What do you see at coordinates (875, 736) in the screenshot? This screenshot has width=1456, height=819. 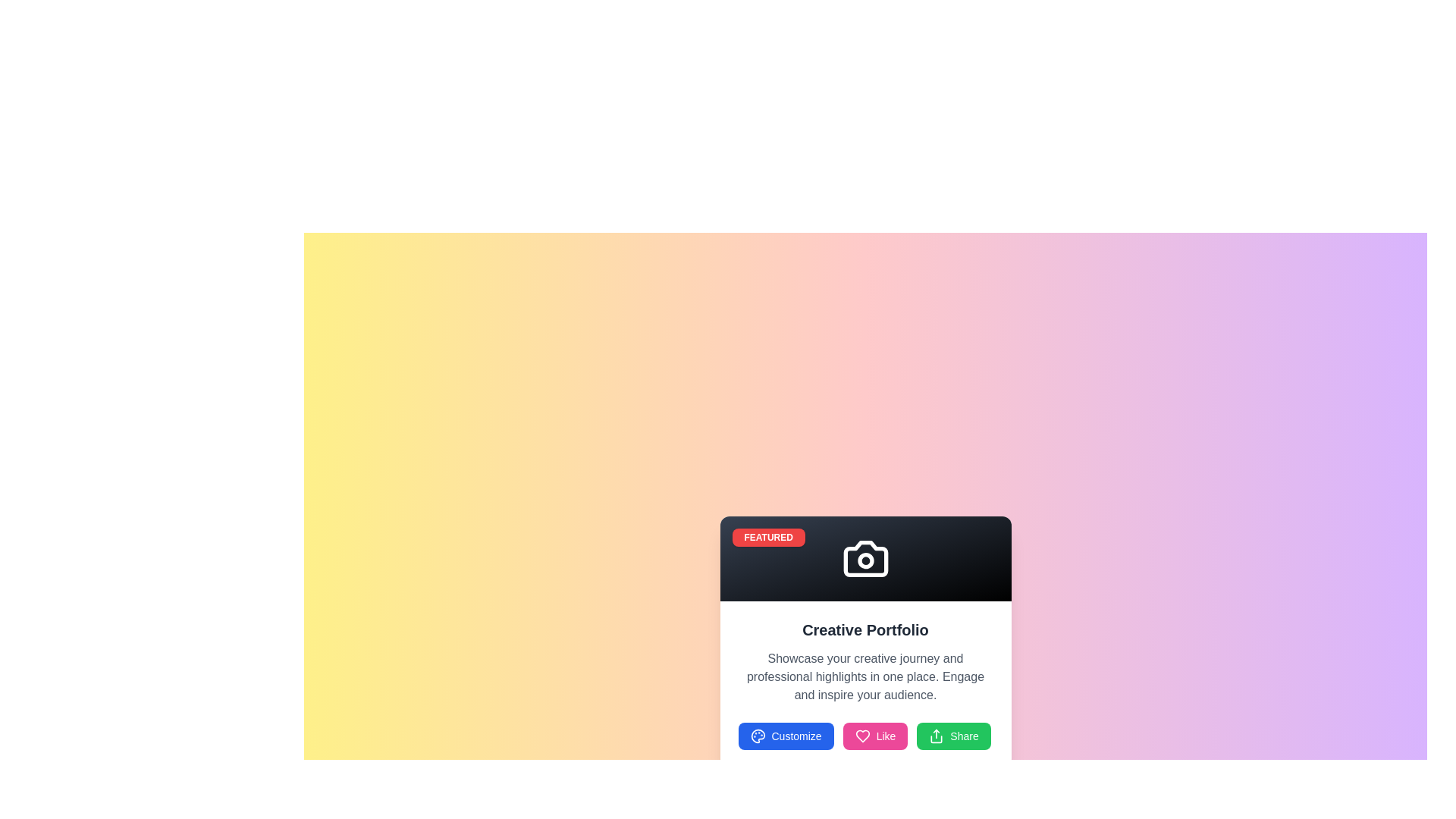 I see `the middle button in the horizontal row of three buttons` at bounding box center [875, 736].